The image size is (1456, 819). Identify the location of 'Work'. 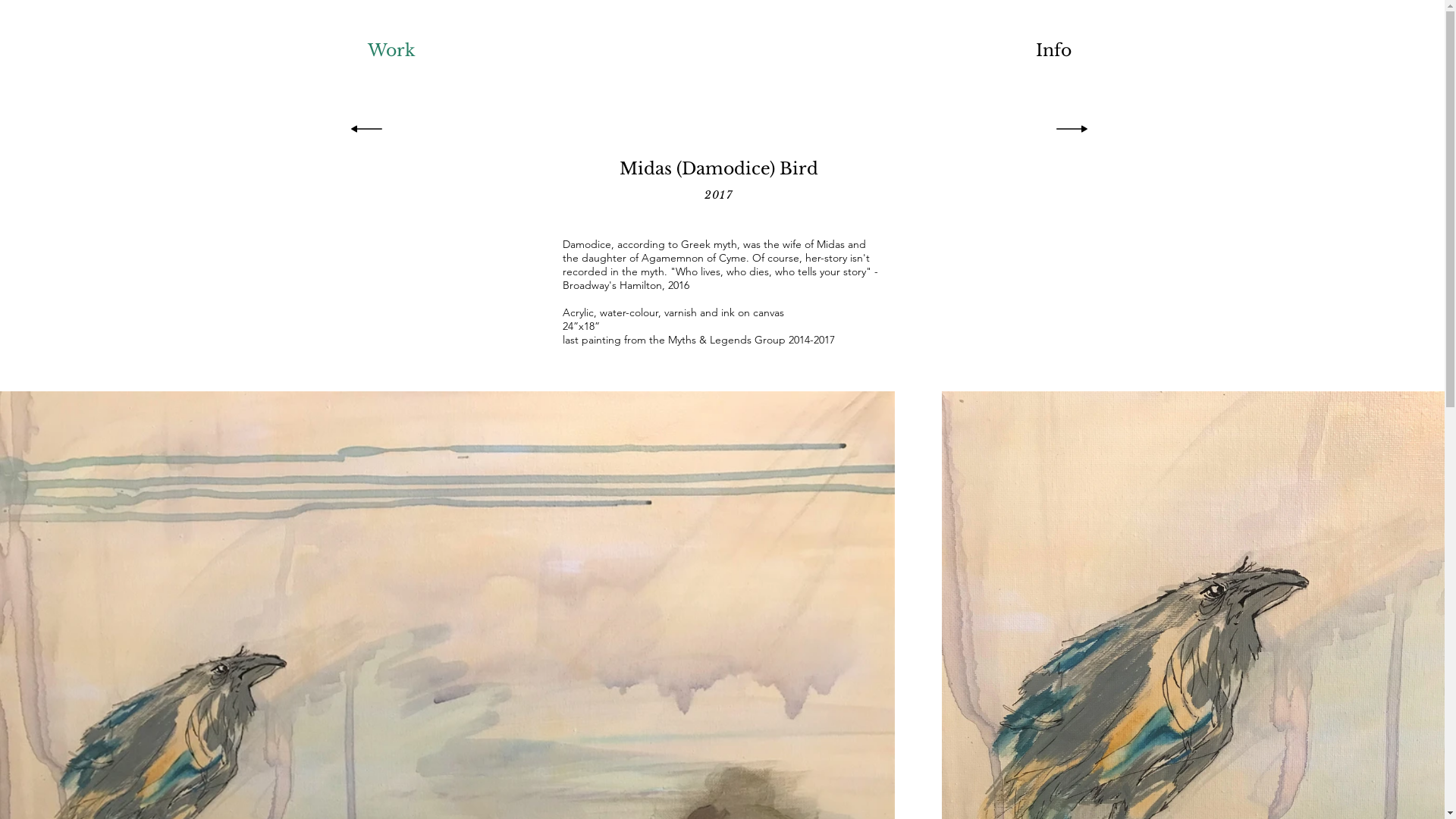
(391, 49).